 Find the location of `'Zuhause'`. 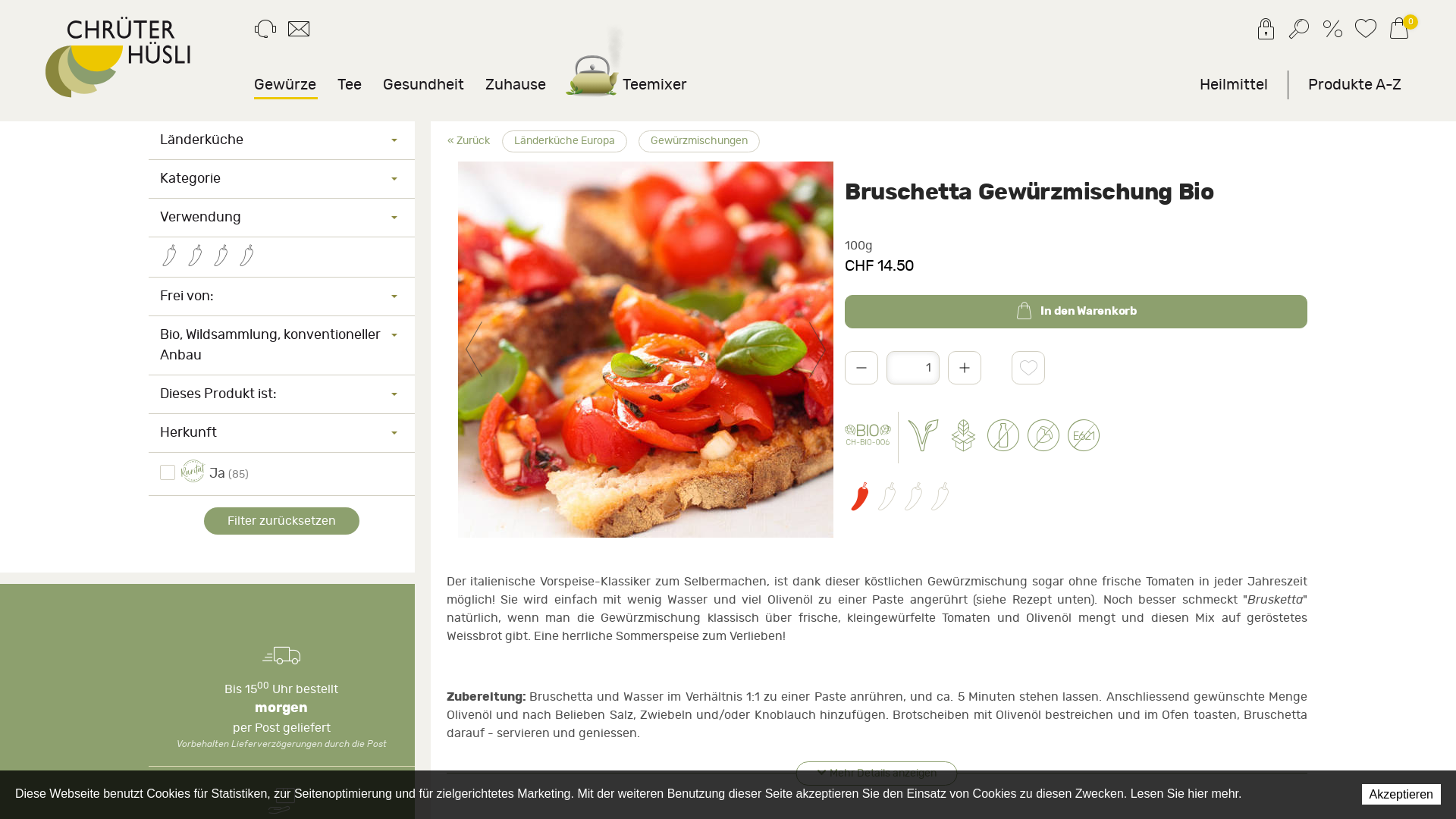

'Zuhause' is located at coordinates (516, 84).